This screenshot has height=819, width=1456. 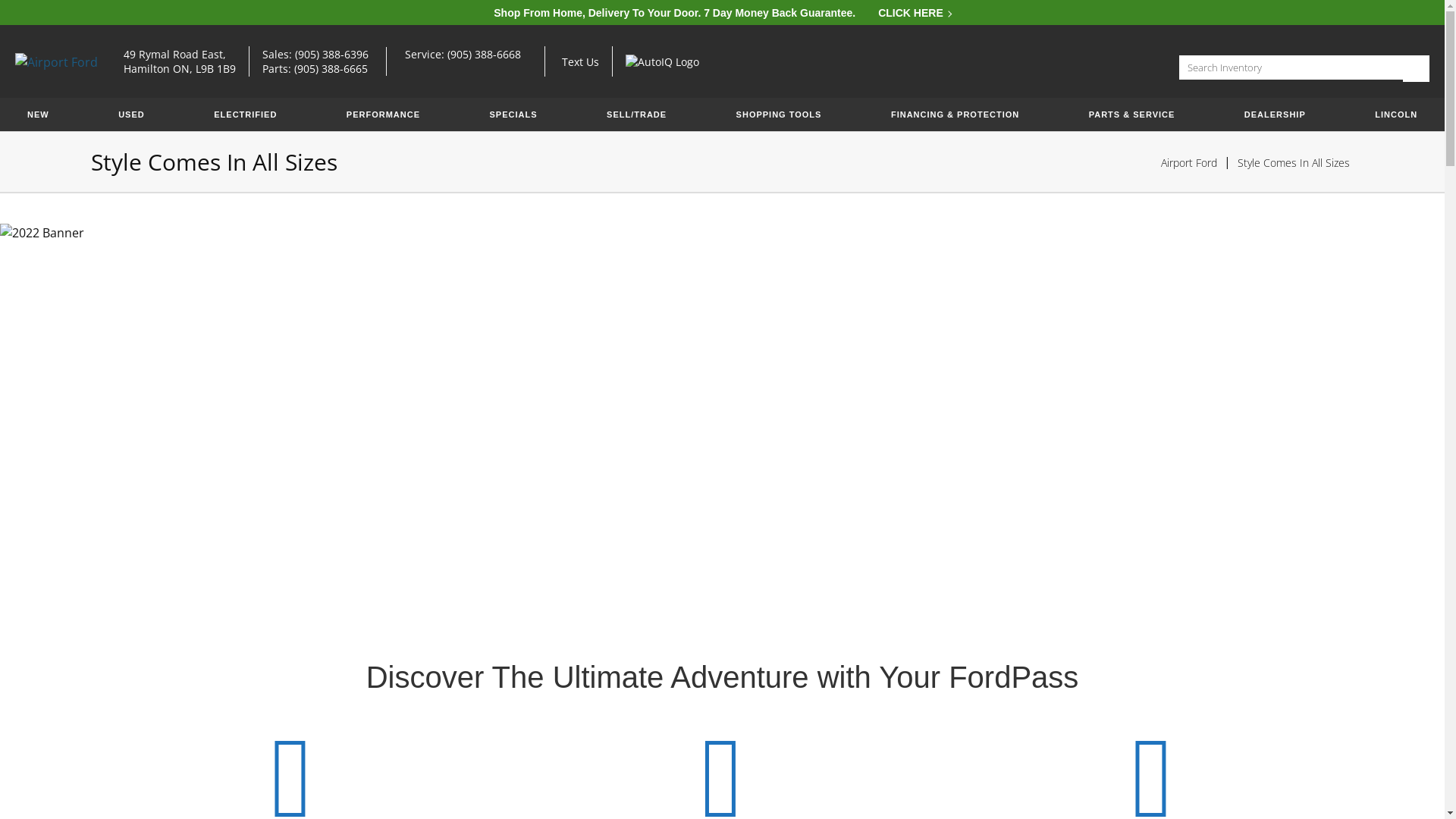 I want to click on 'PERFORMANCE', so click(x=383, y=114).